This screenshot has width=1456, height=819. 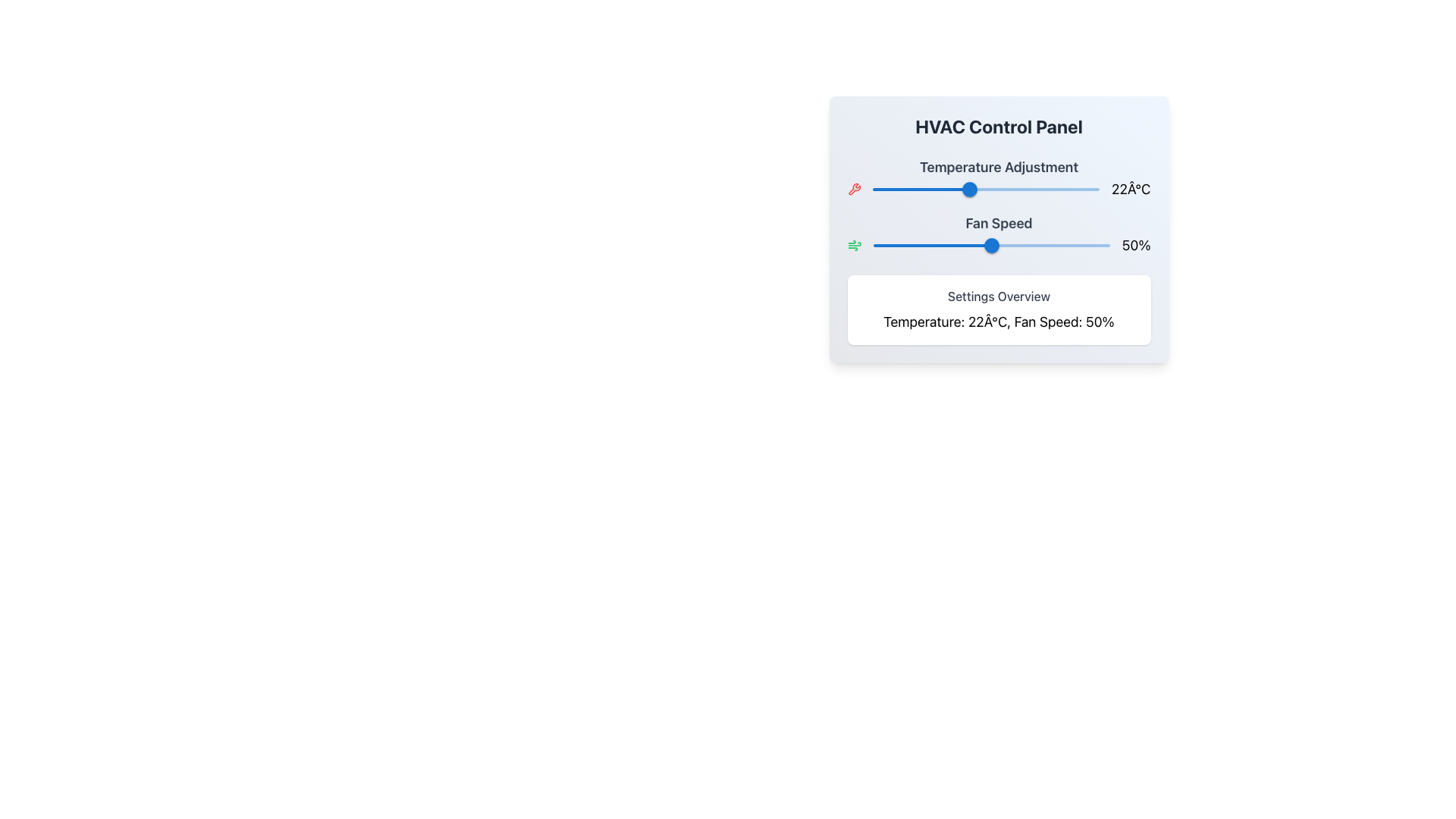 I want to click on fan speed, so click(x=960, y=245).